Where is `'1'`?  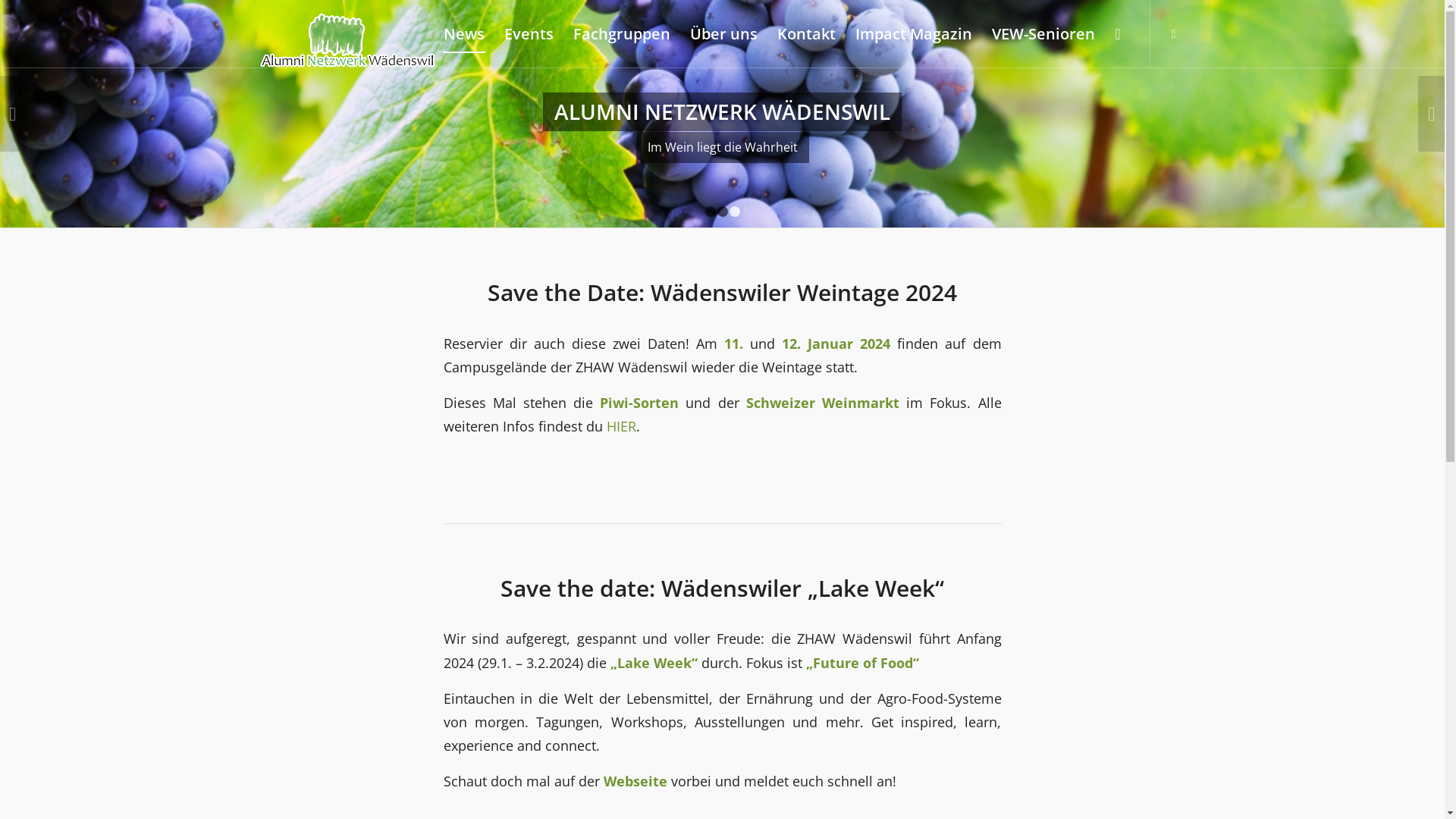 '1' is located at coordinates (709, 211).